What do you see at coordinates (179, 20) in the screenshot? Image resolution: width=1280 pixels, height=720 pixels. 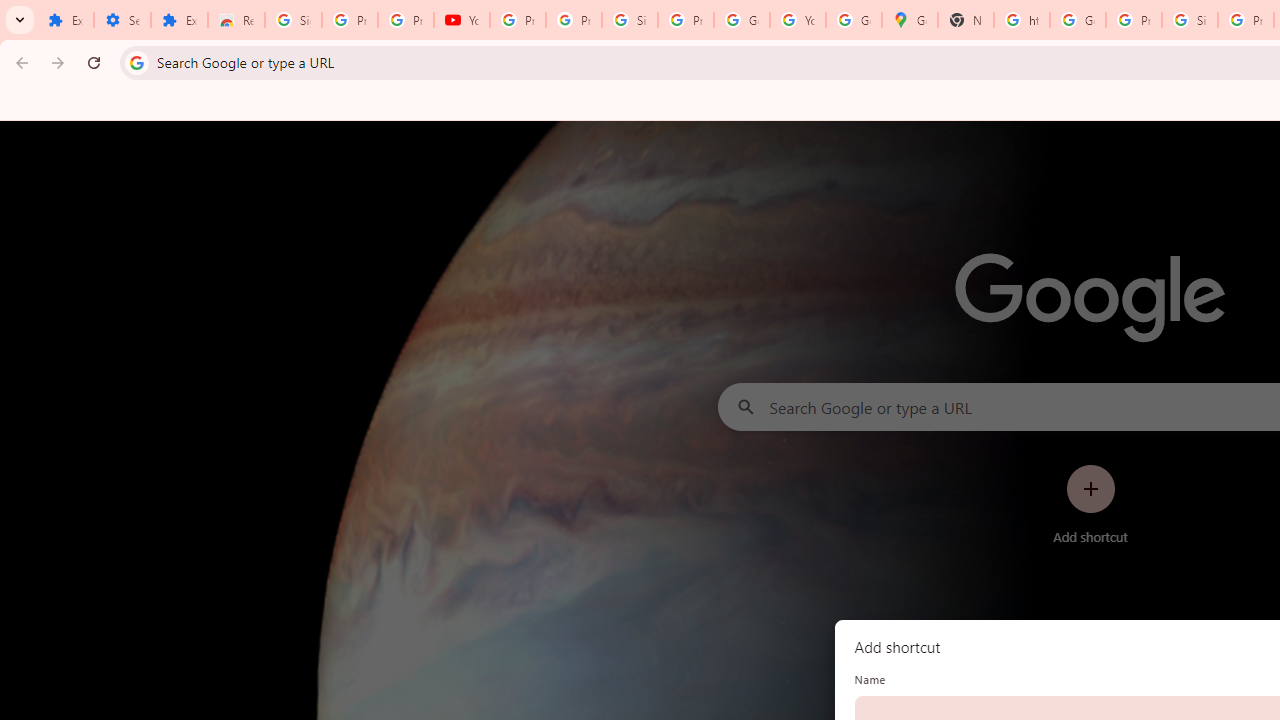 I see `'Extensions'` at bounding box center [179, 20].